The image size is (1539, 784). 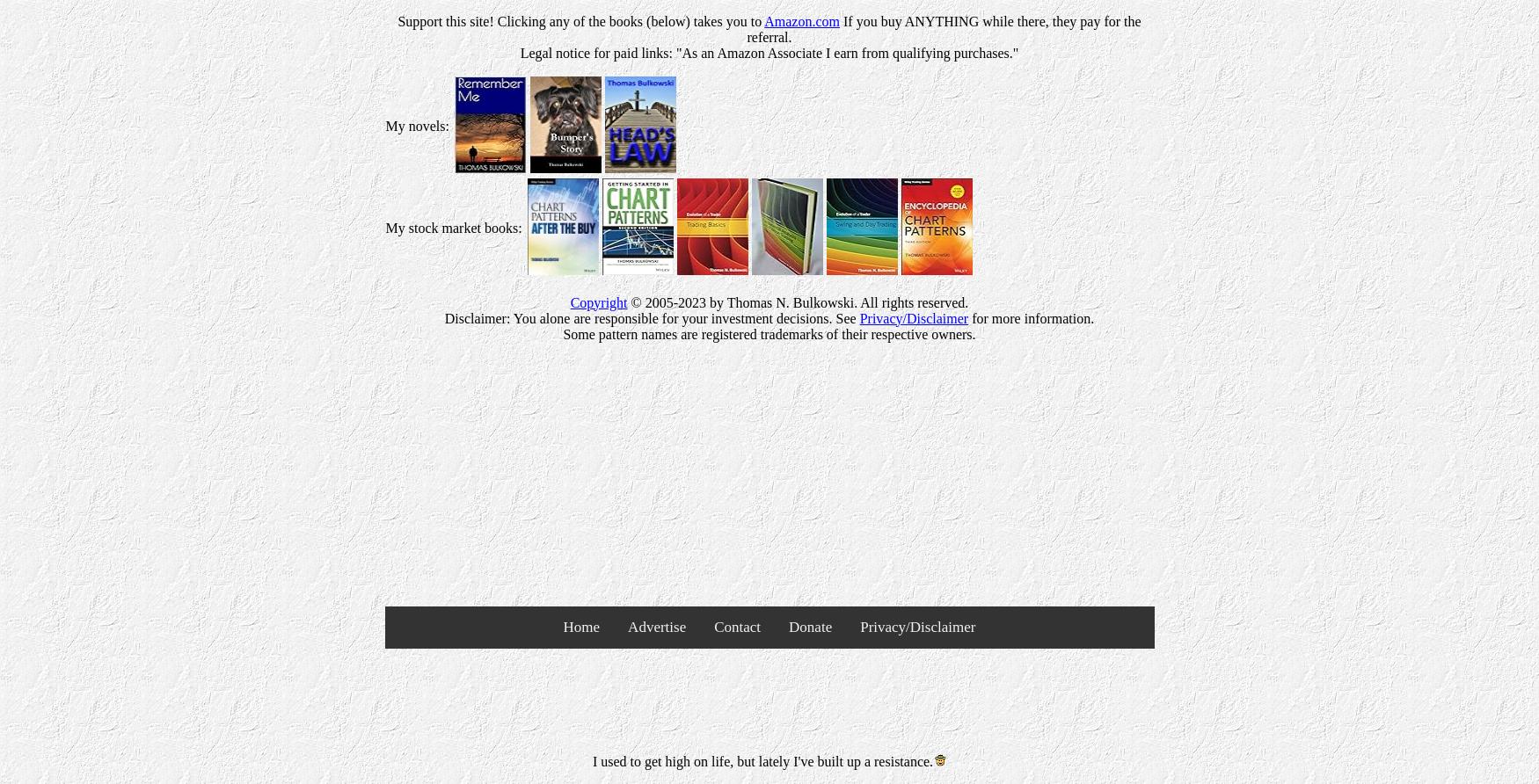 What do you see at coordinates (769, 52) in the screenshot?
I see `'Legal notice for paid links: "As an Amazon Associate I earn from qualifying purchases."'` at bounding box center [769, 52].